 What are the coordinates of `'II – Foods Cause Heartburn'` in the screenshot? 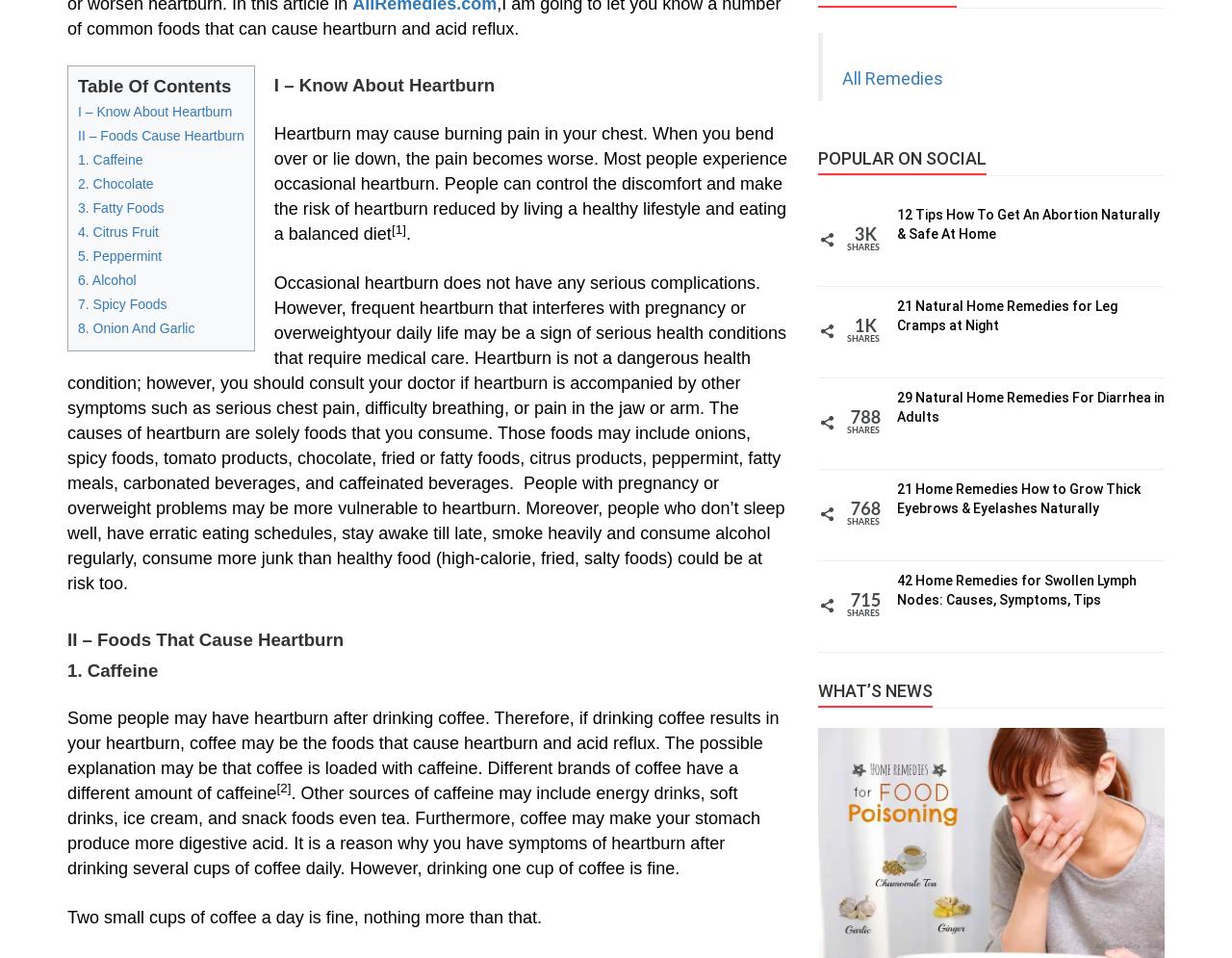 It's located at (161, 134).